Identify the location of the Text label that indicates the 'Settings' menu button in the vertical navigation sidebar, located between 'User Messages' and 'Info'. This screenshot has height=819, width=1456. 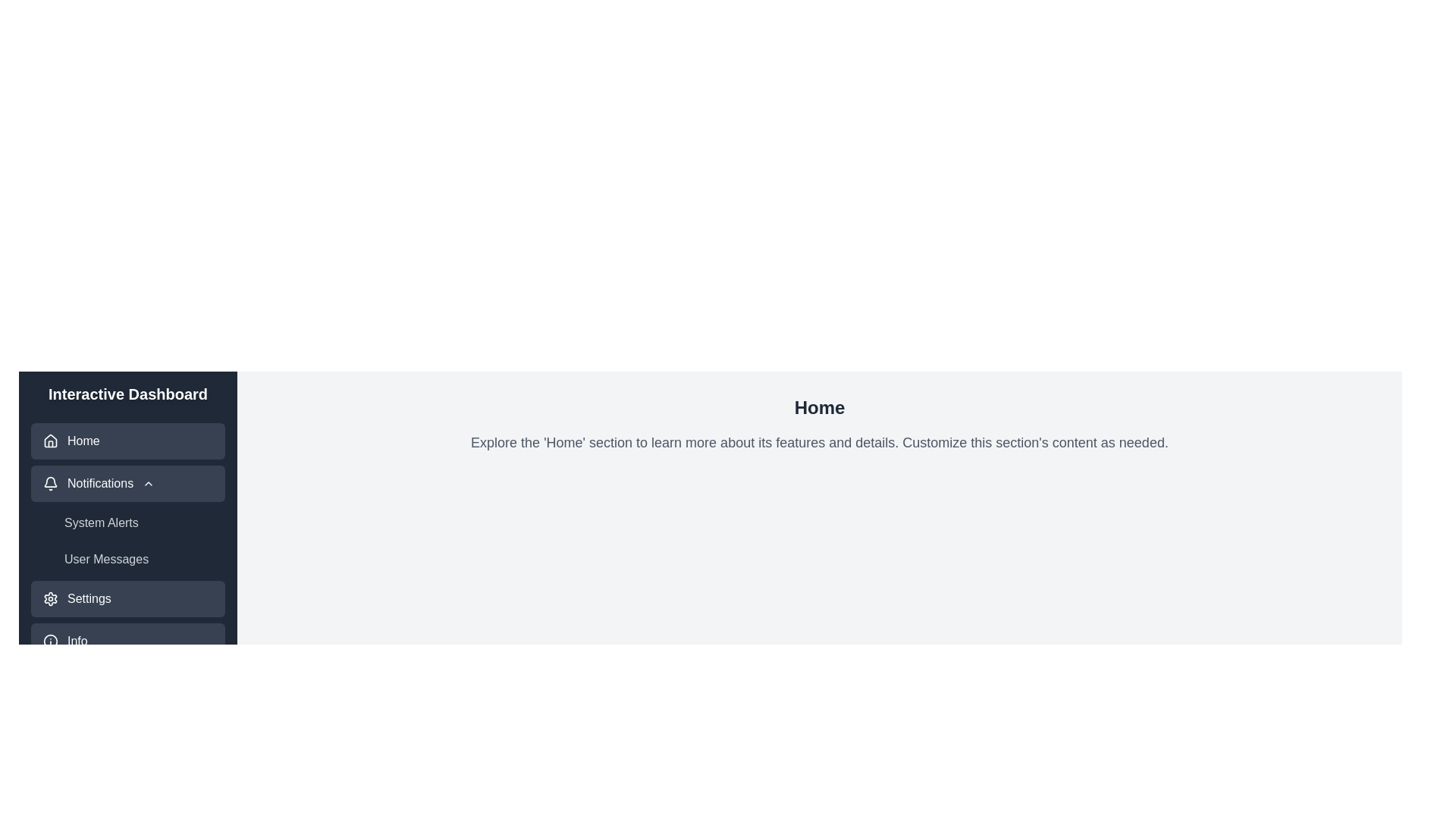
(88, 598).